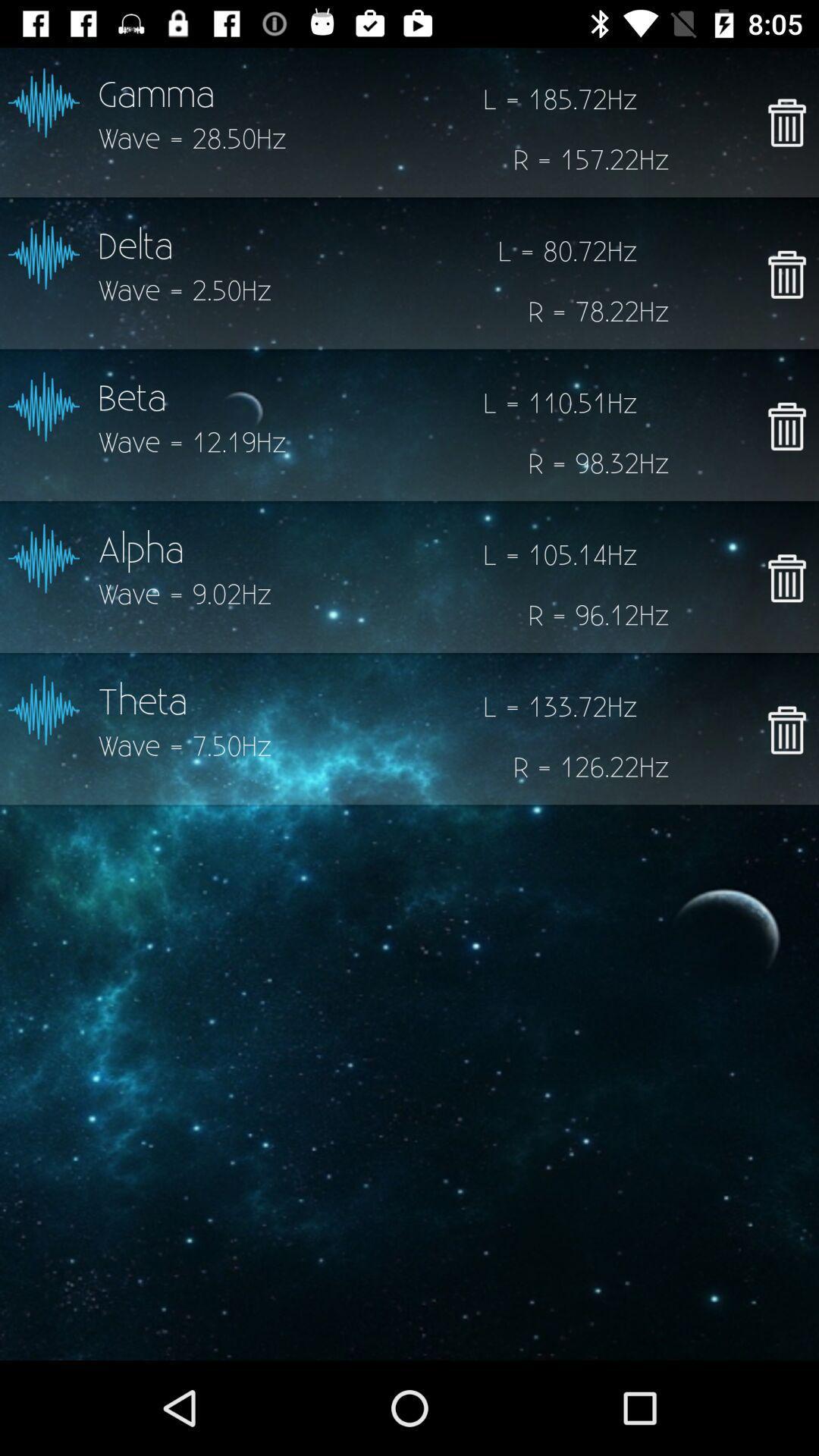  I want to click on delete, so click(786, 425).